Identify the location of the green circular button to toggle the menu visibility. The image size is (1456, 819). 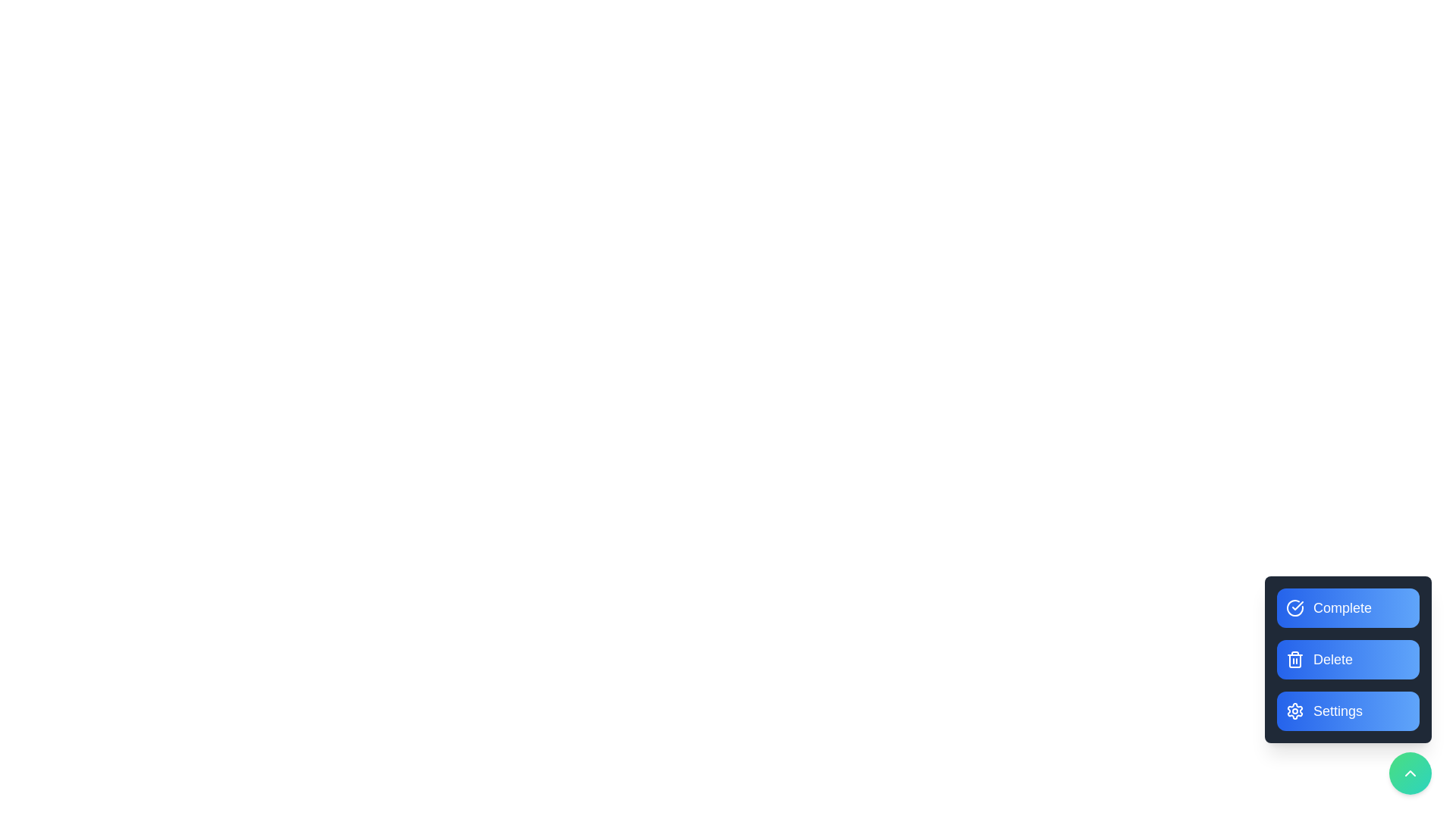
(1410, 773).